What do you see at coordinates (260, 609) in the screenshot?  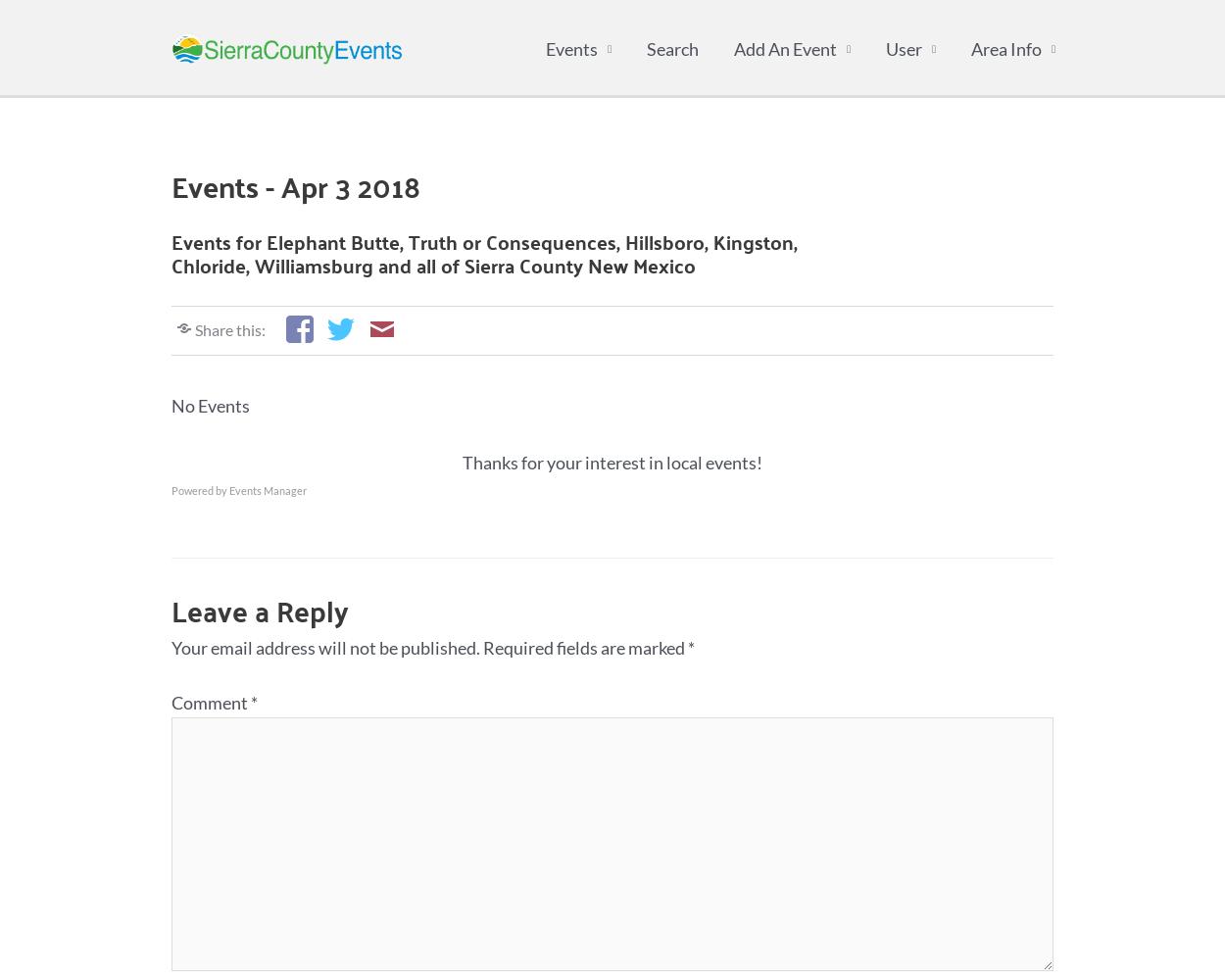 I see `'Leave a Reply'` at bounding box center [260, 609].